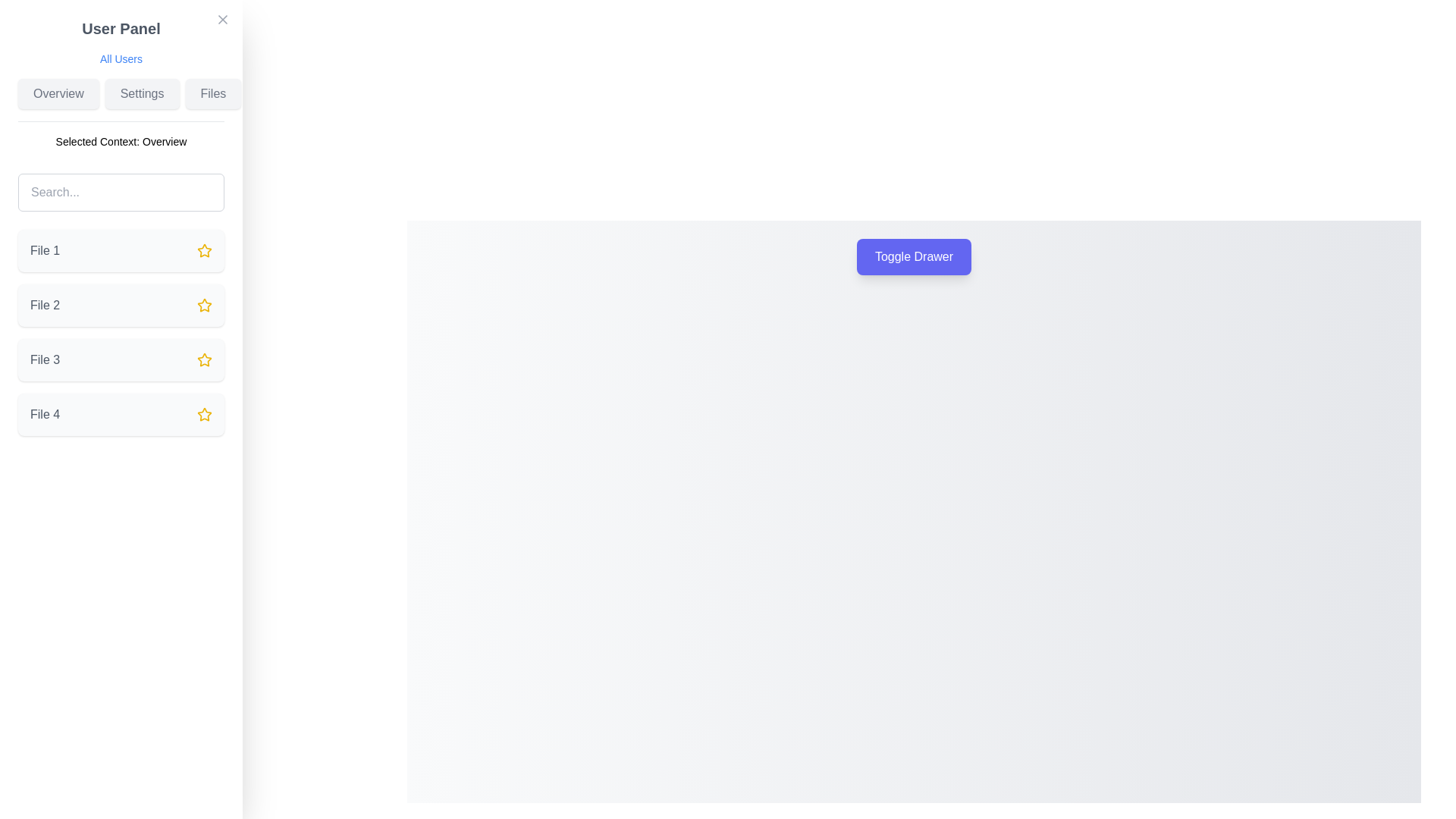 The width and height of the screenshot is (1456, 819). I want to click on the button that toggles the visibility of the drawer component for keyboard interactions, so click(913, 256).